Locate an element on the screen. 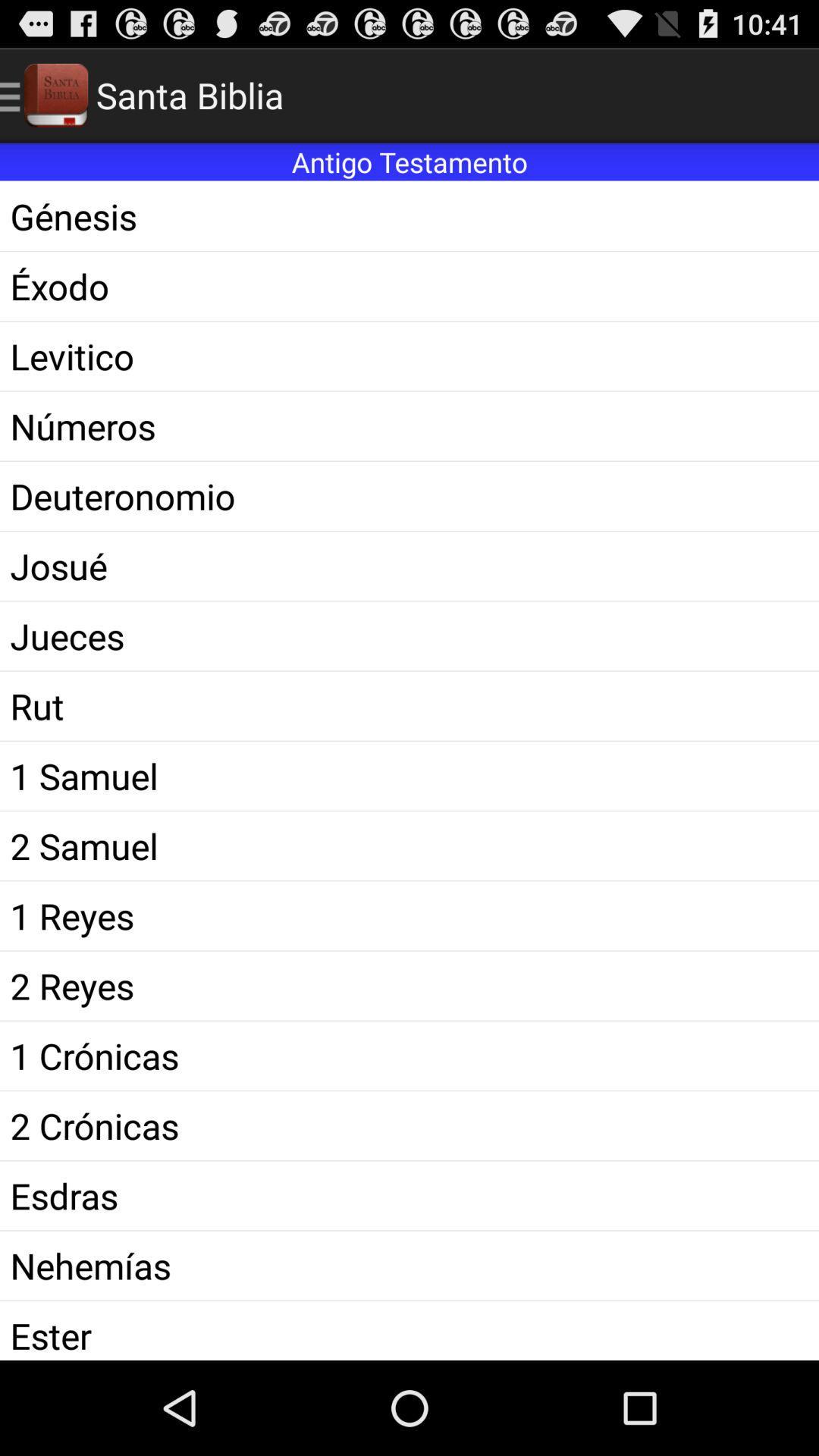 The height and width of the screenshot is (1456, 819). app above 2 samuel item is located at coordinates (409, 776).